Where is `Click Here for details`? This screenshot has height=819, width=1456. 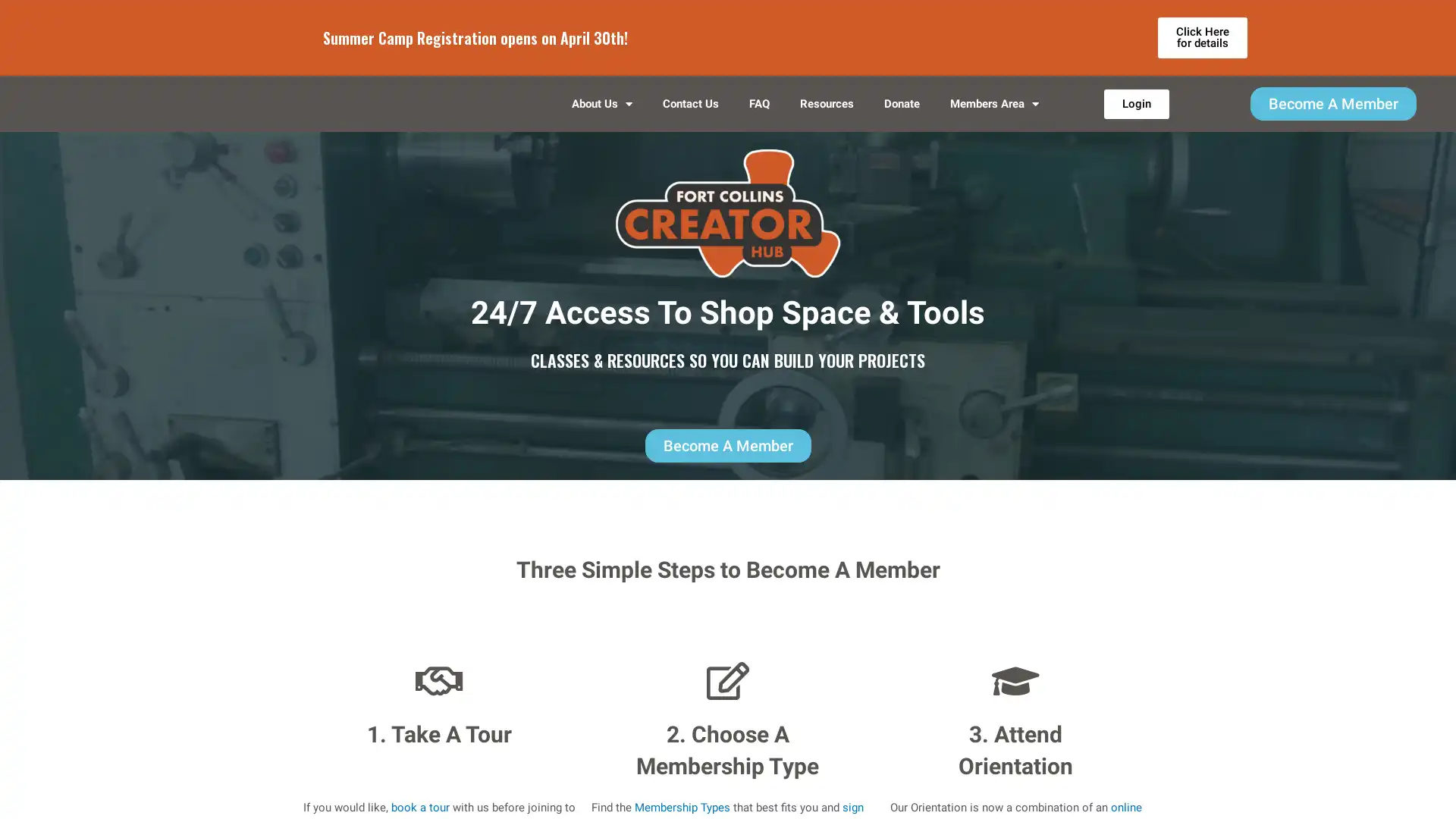
Click Here for details is located at coordinates (1201, 37).